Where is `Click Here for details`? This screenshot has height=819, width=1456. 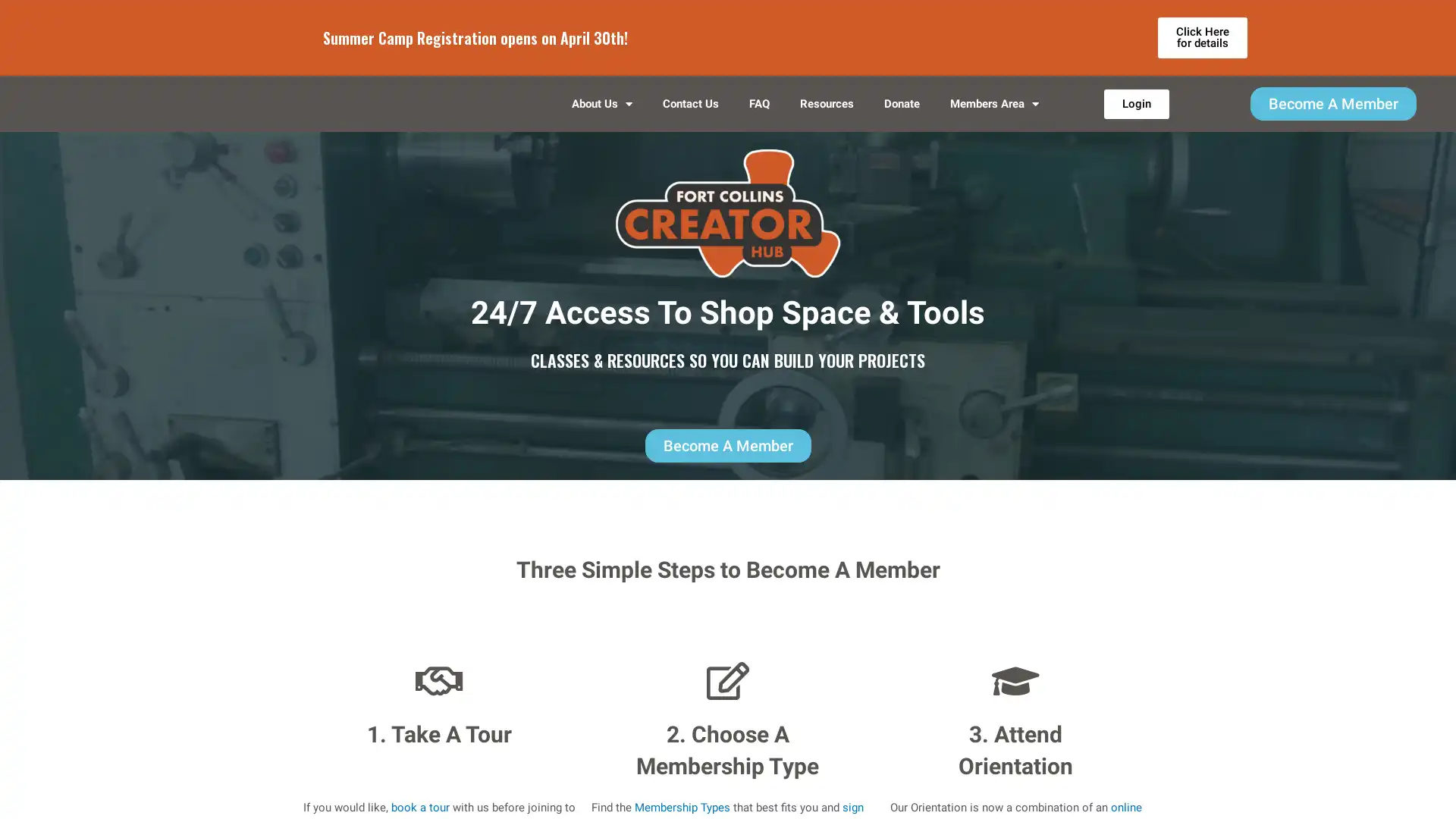
Click Here for details is located at coordinates (1201, 37).